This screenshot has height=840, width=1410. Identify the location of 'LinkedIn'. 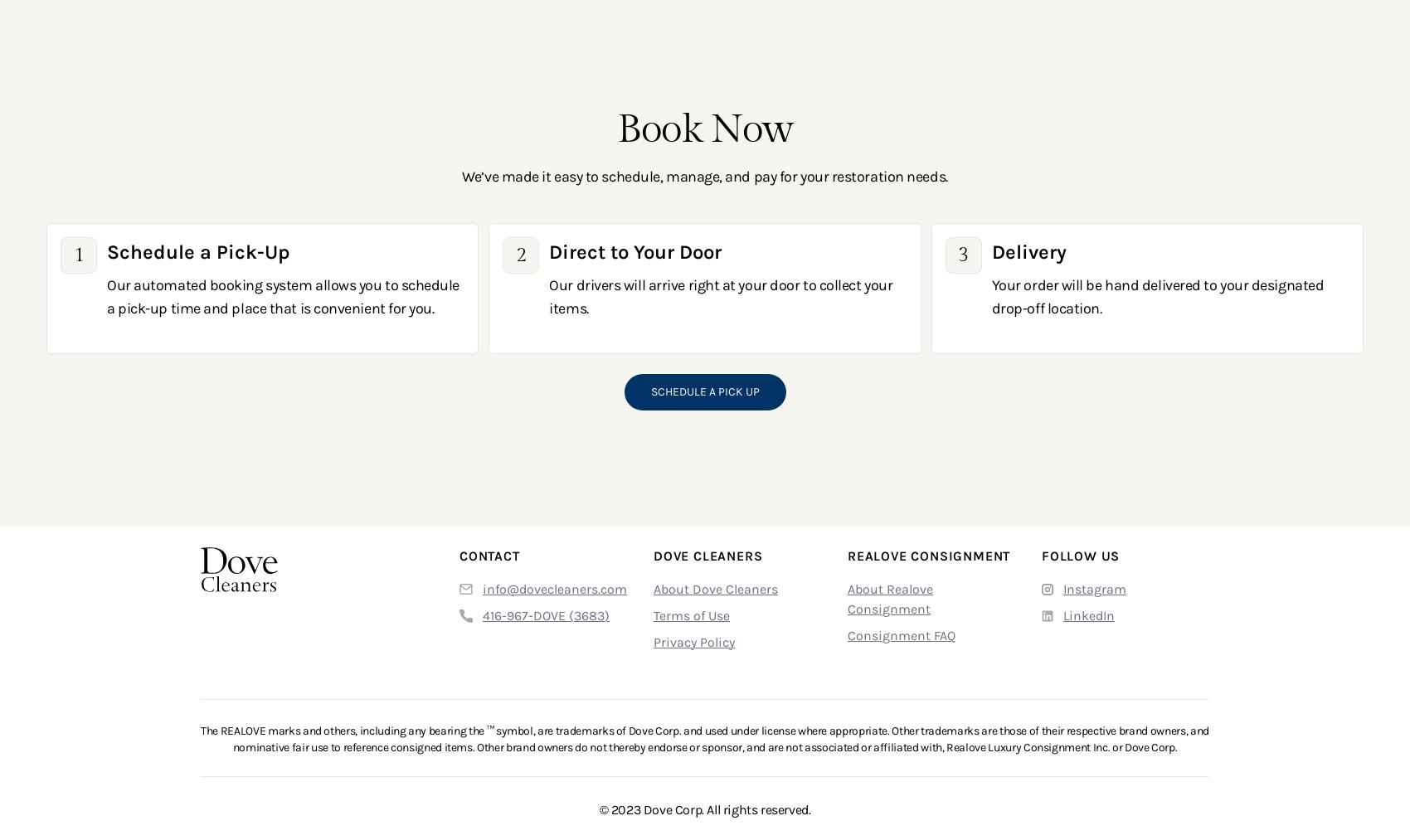
(1089, 614).